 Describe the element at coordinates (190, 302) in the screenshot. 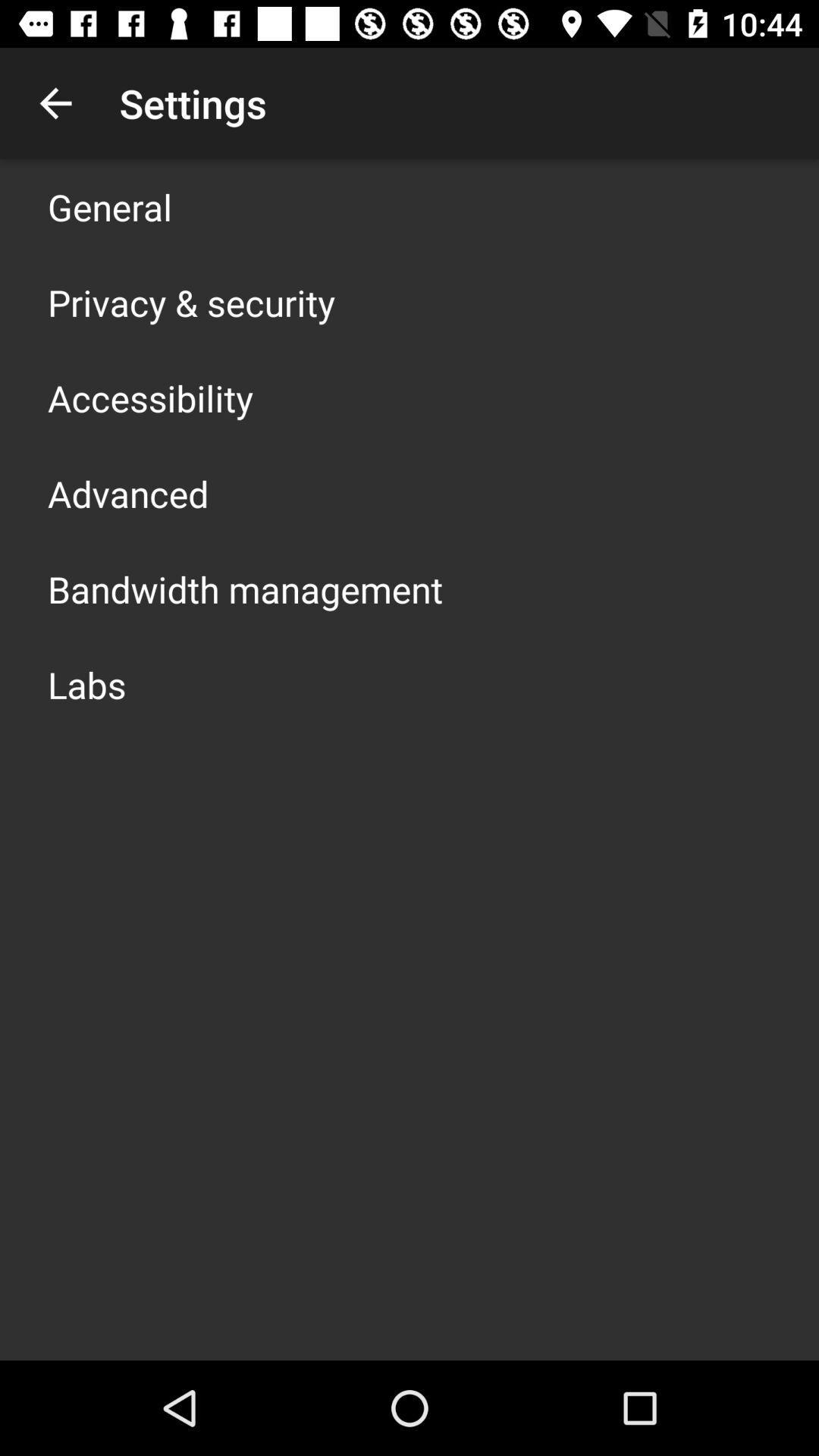

I see `the icon below the general icon` at that location.